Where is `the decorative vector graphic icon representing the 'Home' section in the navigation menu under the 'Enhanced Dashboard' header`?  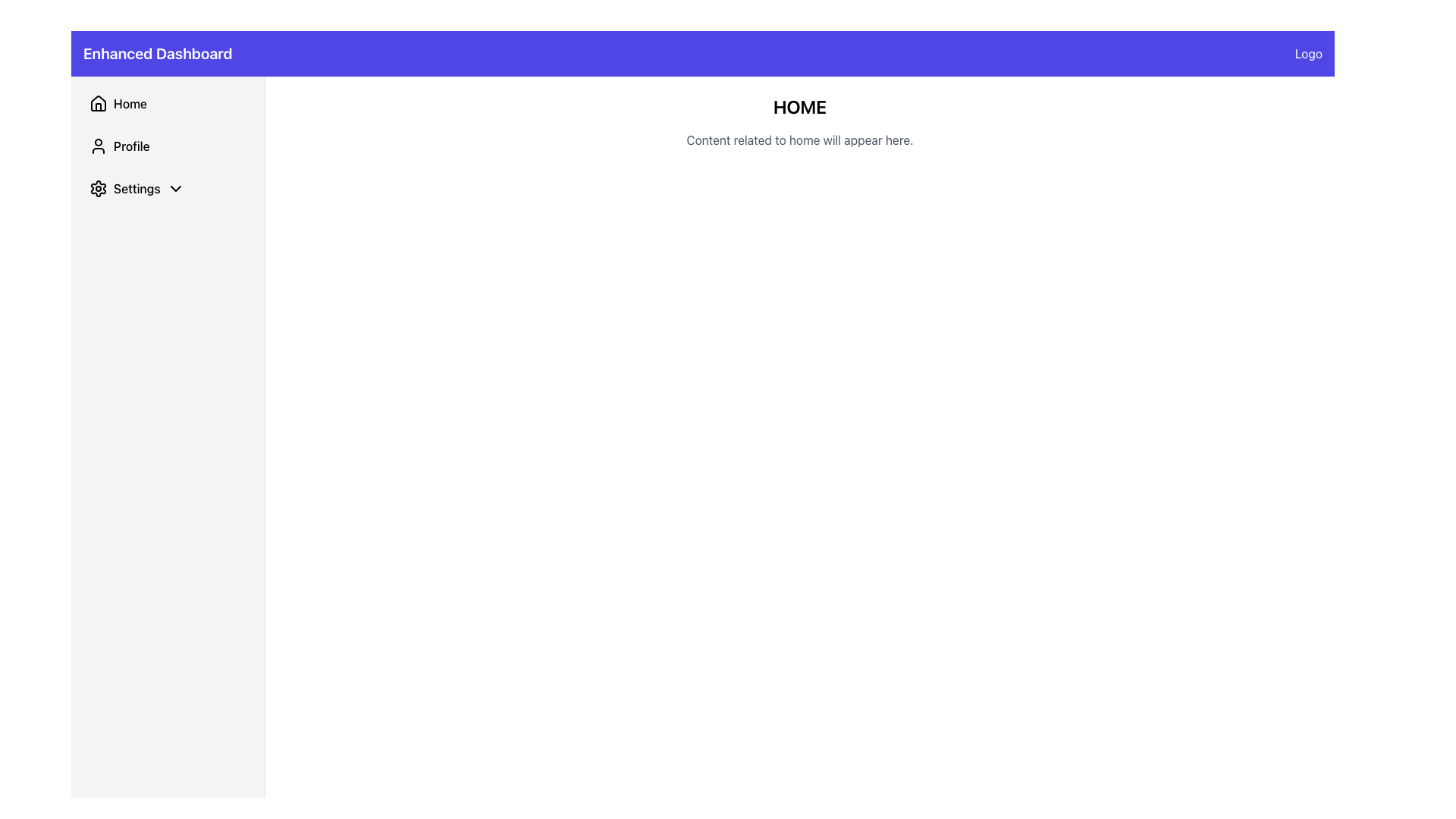
the decorative vector graphic icon representing the 'Home' section in the navigation menu under the 'Enhanced Dashboard' header is located at coordinates (97, 102).